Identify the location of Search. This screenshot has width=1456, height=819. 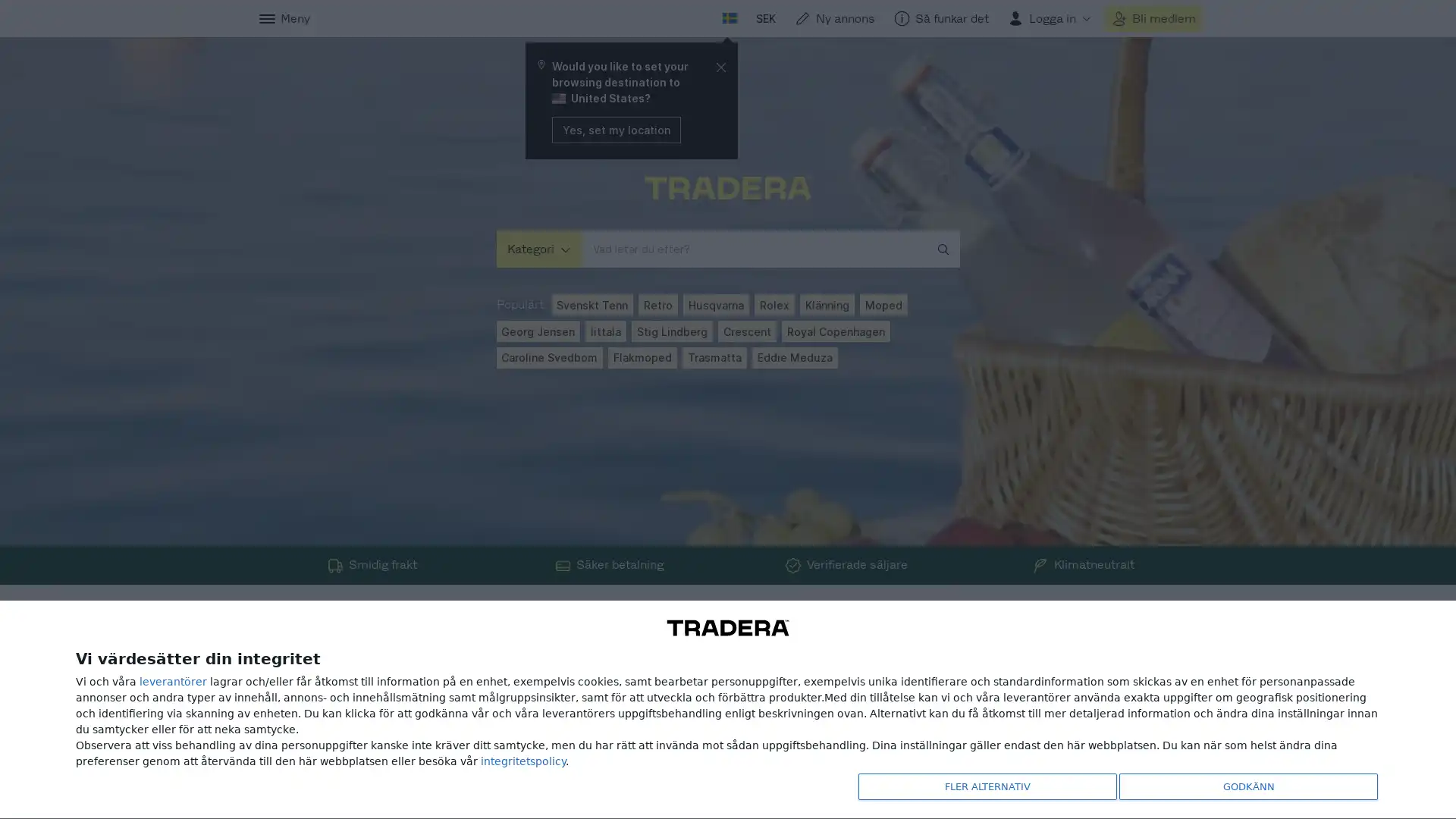
(946, 248).